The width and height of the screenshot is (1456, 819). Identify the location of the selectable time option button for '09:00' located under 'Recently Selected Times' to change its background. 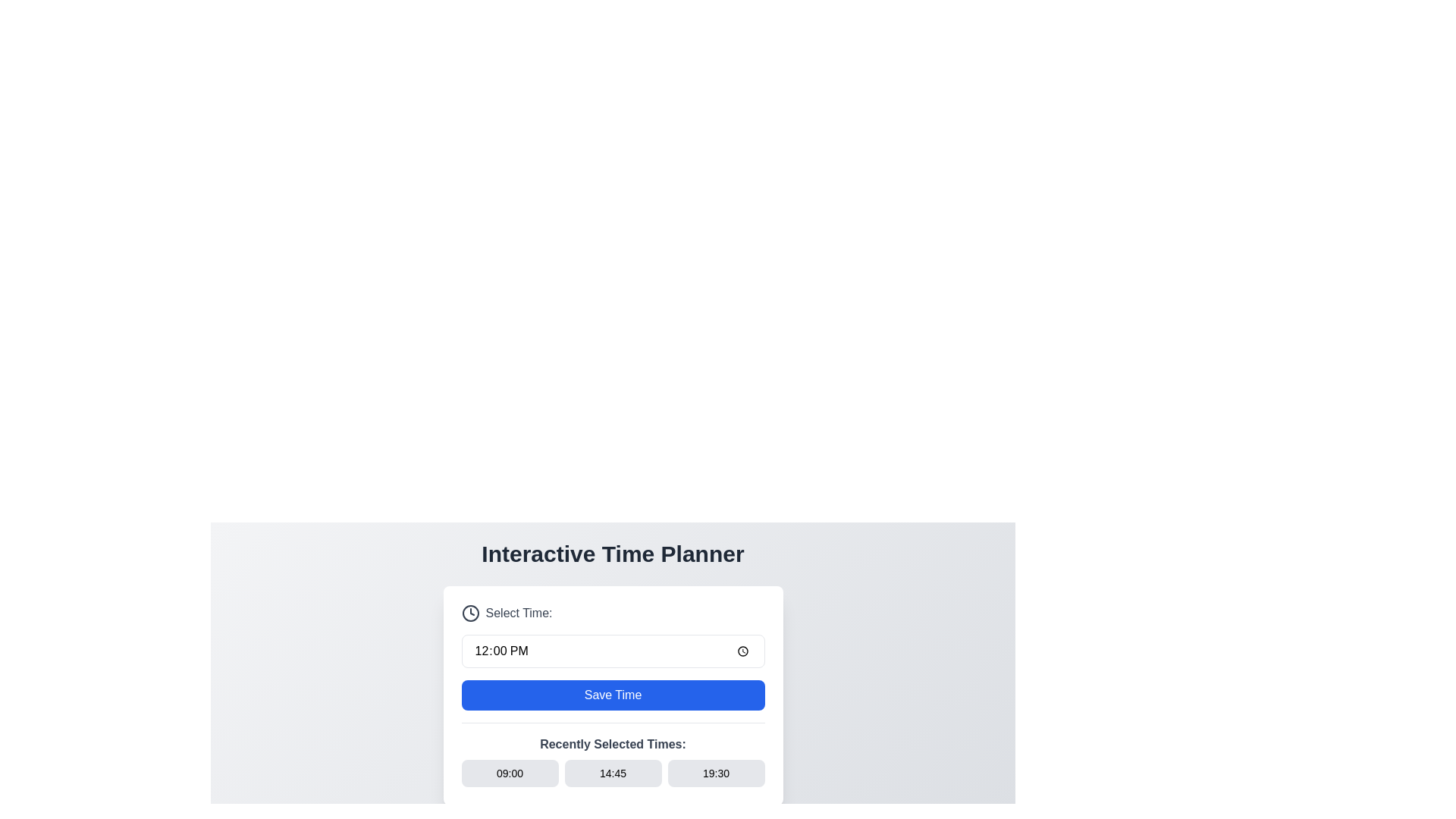
(510, 773).